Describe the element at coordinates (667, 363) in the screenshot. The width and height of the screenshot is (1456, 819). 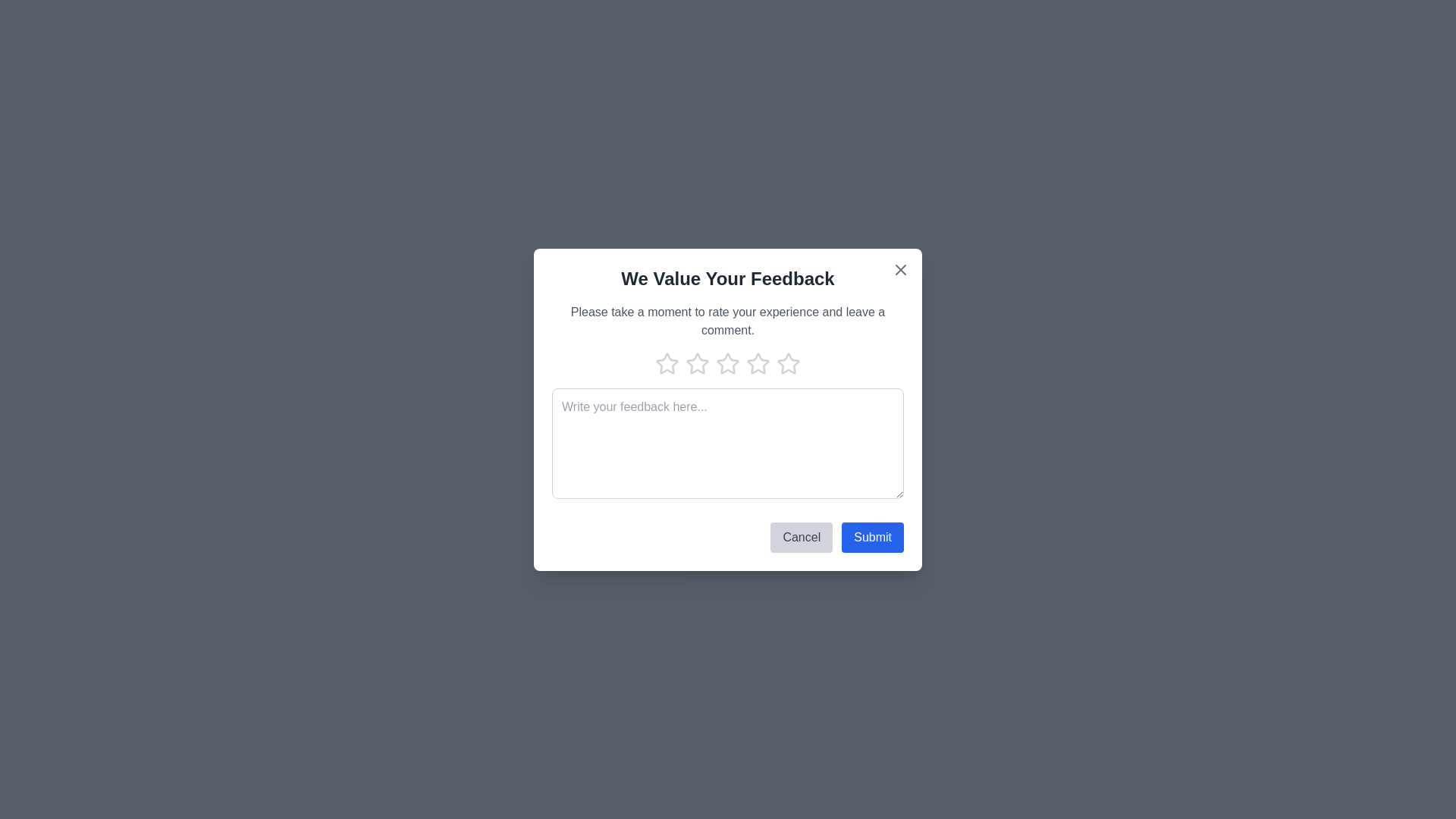
I see `the first star-shaped rating icon, which is part of a horizontally aligned group of five icons` at that location.